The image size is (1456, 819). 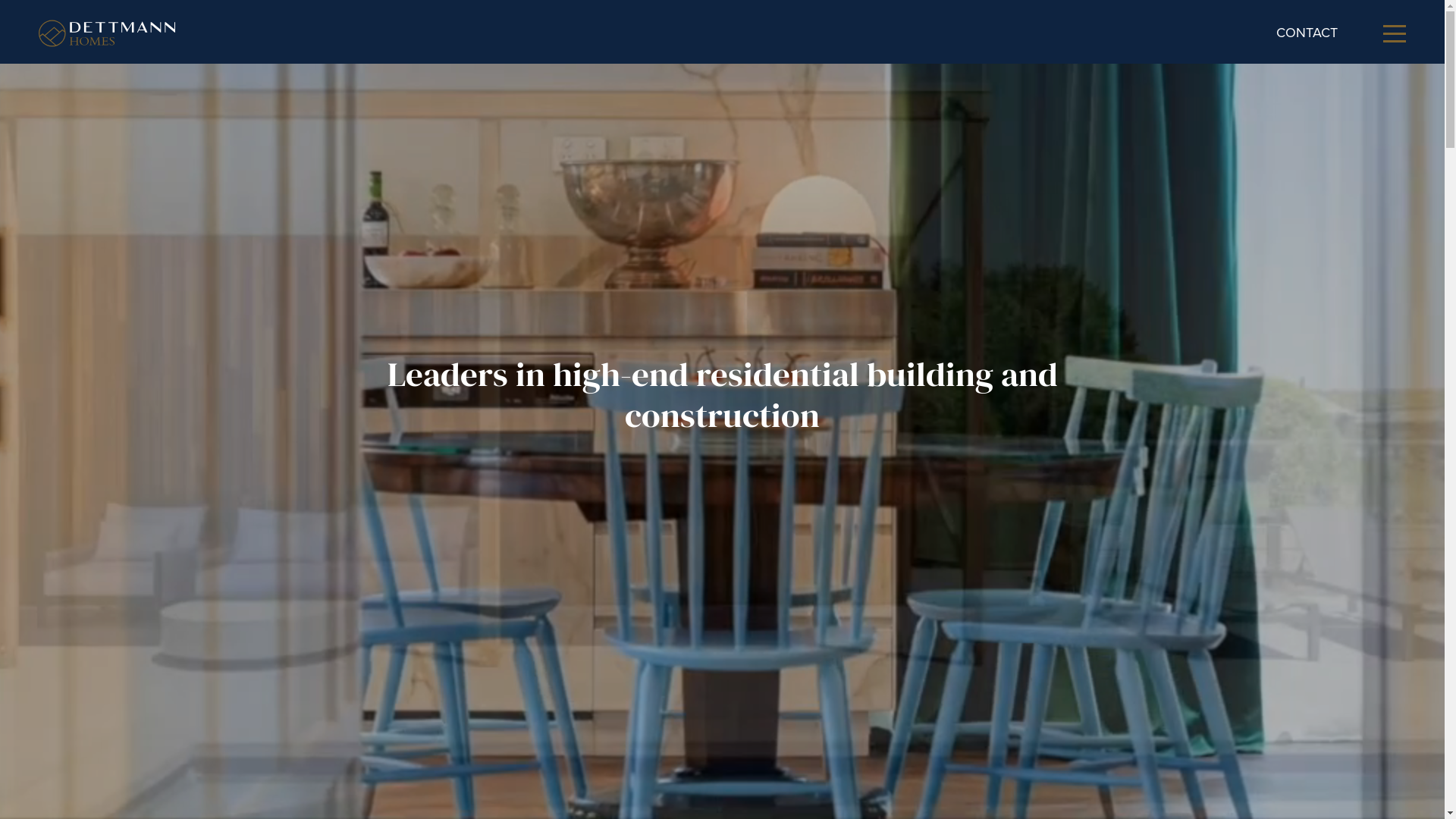 What do you see at coordinates (1306, 32) in the screenshot?
I see `'CONTACT'` at bounding box center [1306, 32].